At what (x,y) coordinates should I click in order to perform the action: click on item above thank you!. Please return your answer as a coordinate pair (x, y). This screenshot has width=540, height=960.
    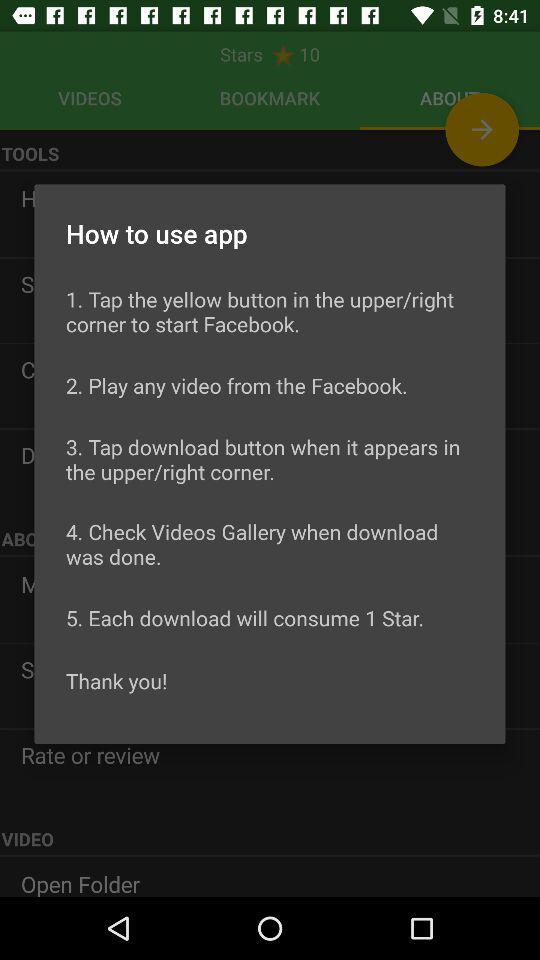
    Looking at the image, I should click on (245, 616).